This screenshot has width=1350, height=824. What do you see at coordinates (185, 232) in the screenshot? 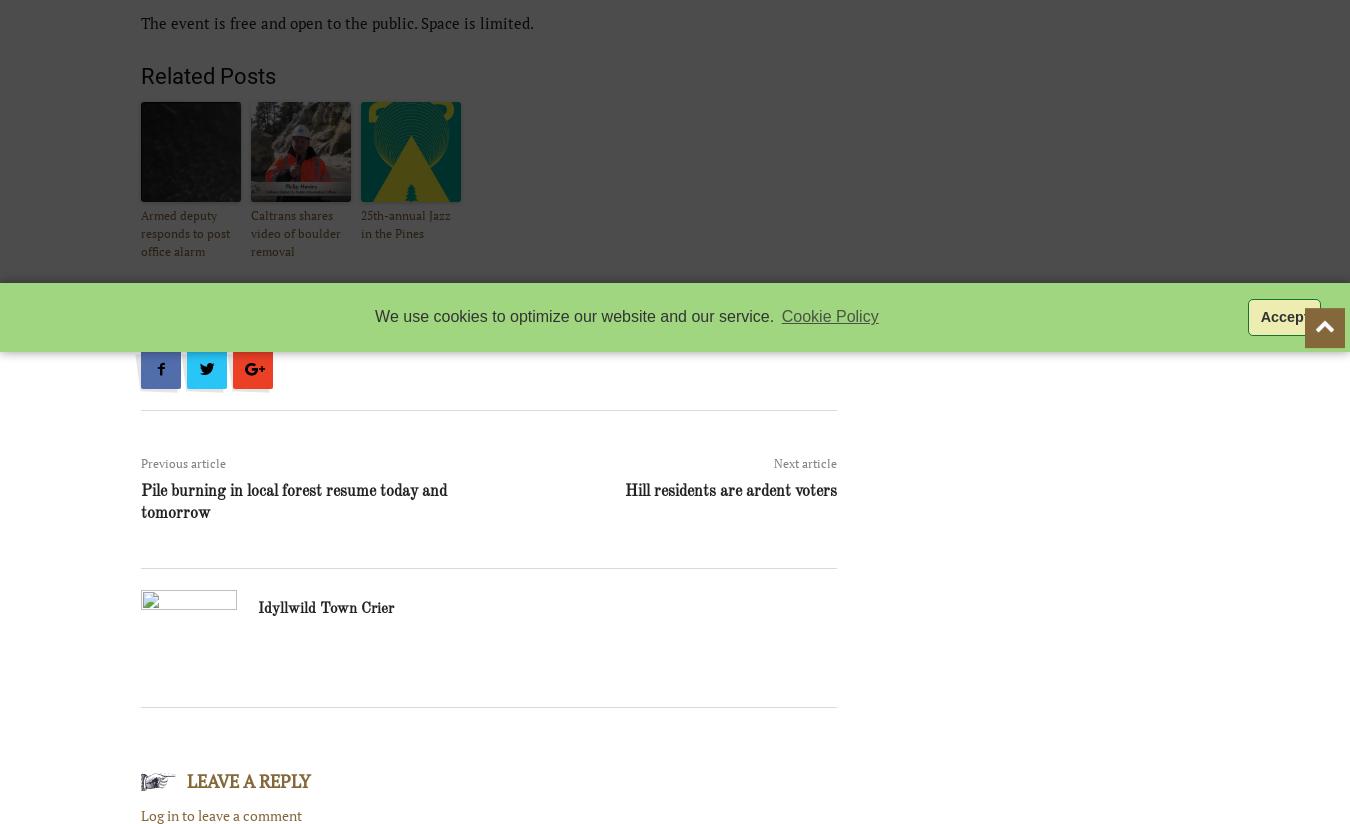
I see `'Armed deputy responds to post office alarm'` at bounding box center [185, 232].